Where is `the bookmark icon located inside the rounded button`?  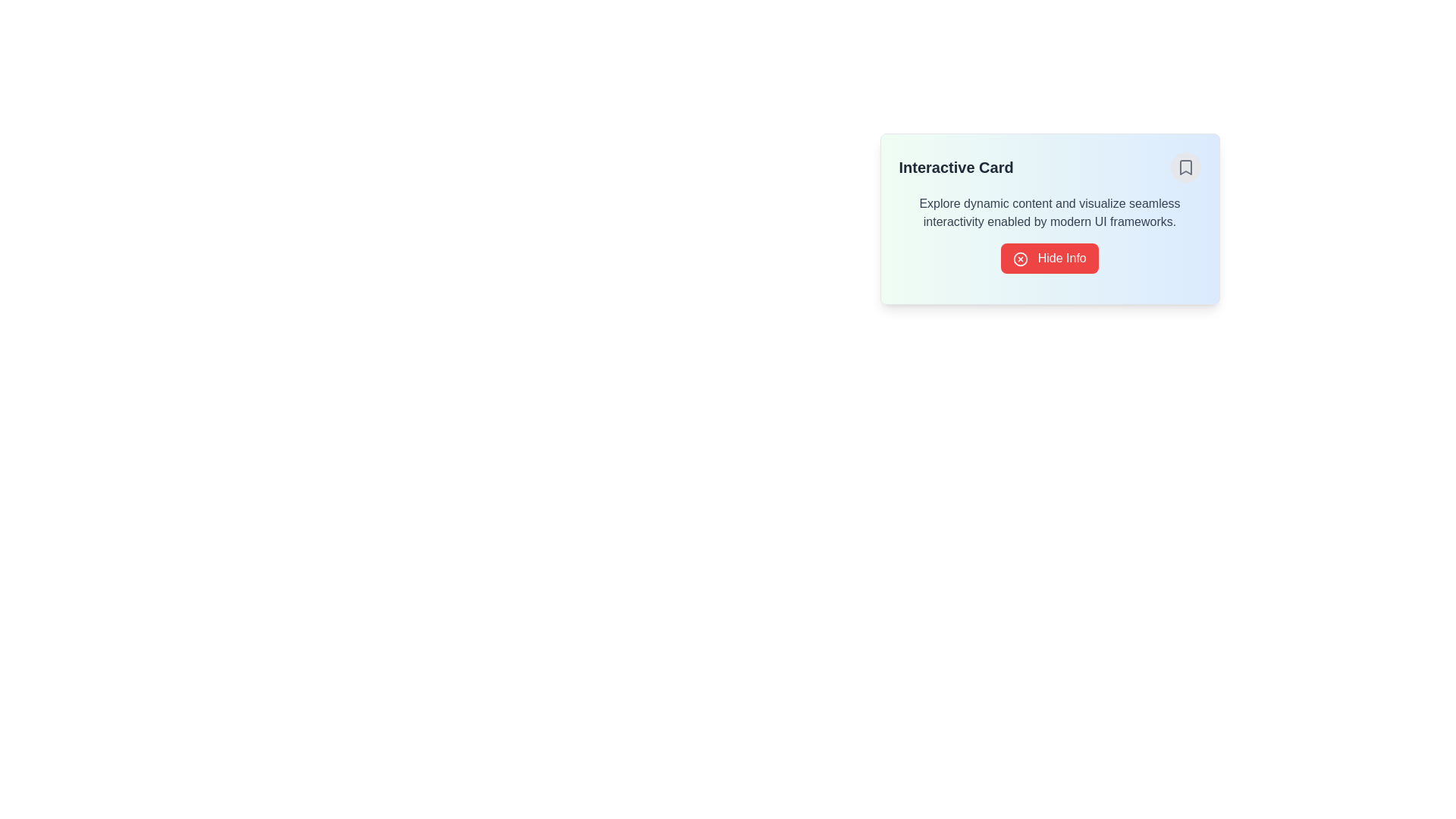 the bookmark icon located inside the rounded button is located at coordinates (1185, 167).